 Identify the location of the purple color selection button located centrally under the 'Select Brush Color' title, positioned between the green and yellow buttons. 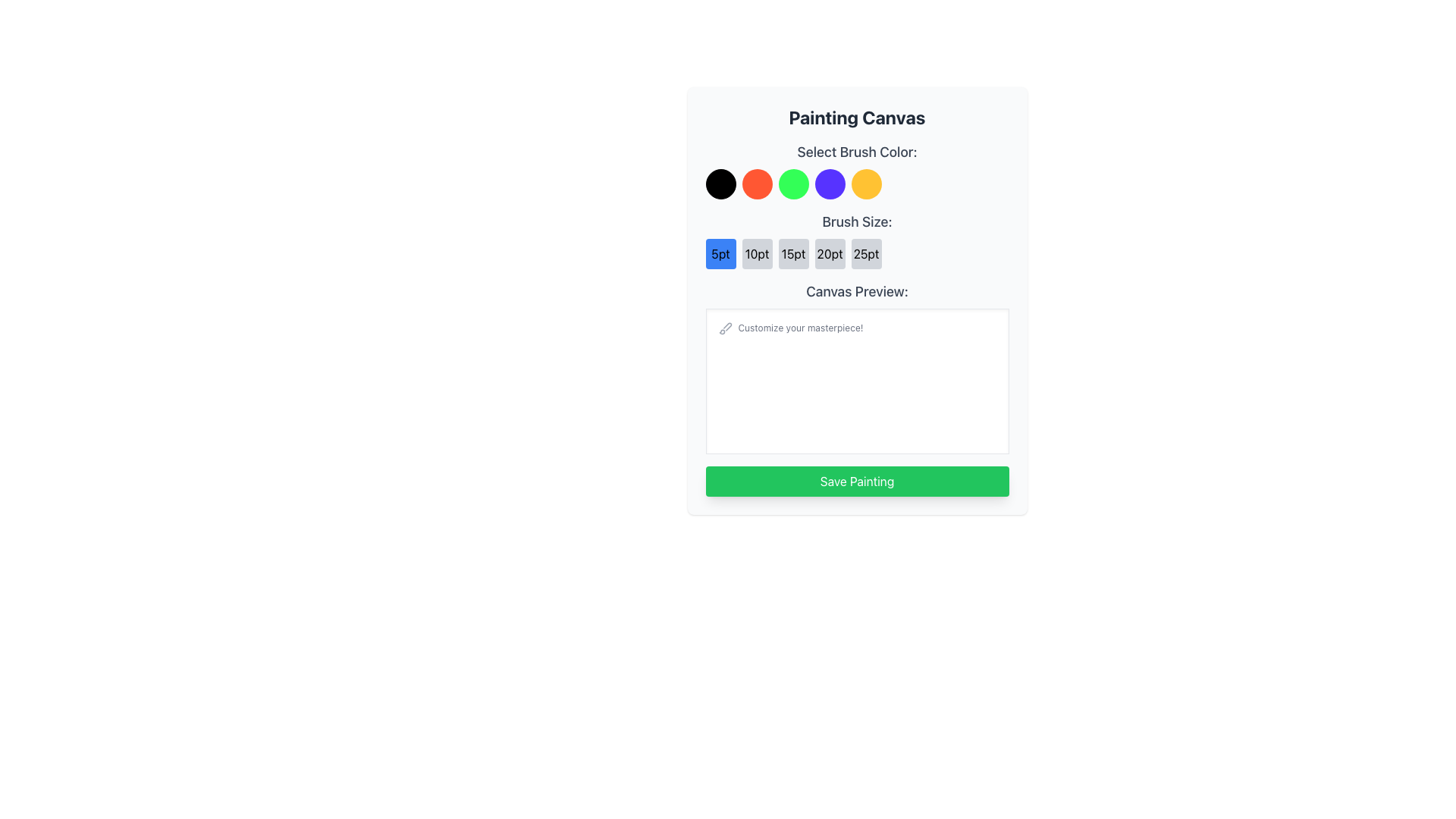
(829, 184).